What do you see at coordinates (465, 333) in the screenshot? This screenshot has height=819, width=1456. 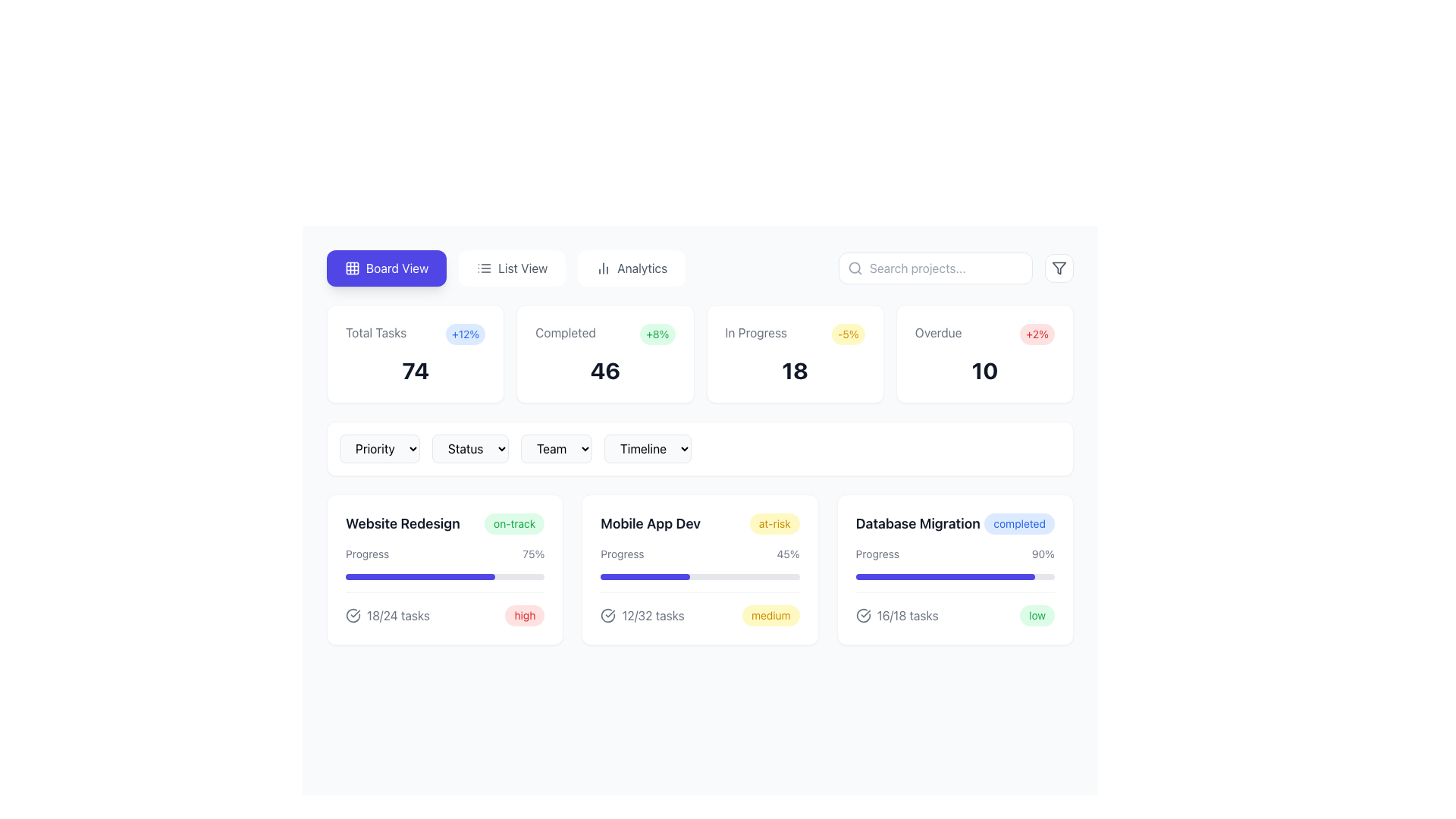 I see `the quantitative percentage increase label (+12%) associated with the 'Total Tasks' label, which is located to the right of the 'Total Tasks' text in the top-left section of the interface` at bounding box center [465, 333].